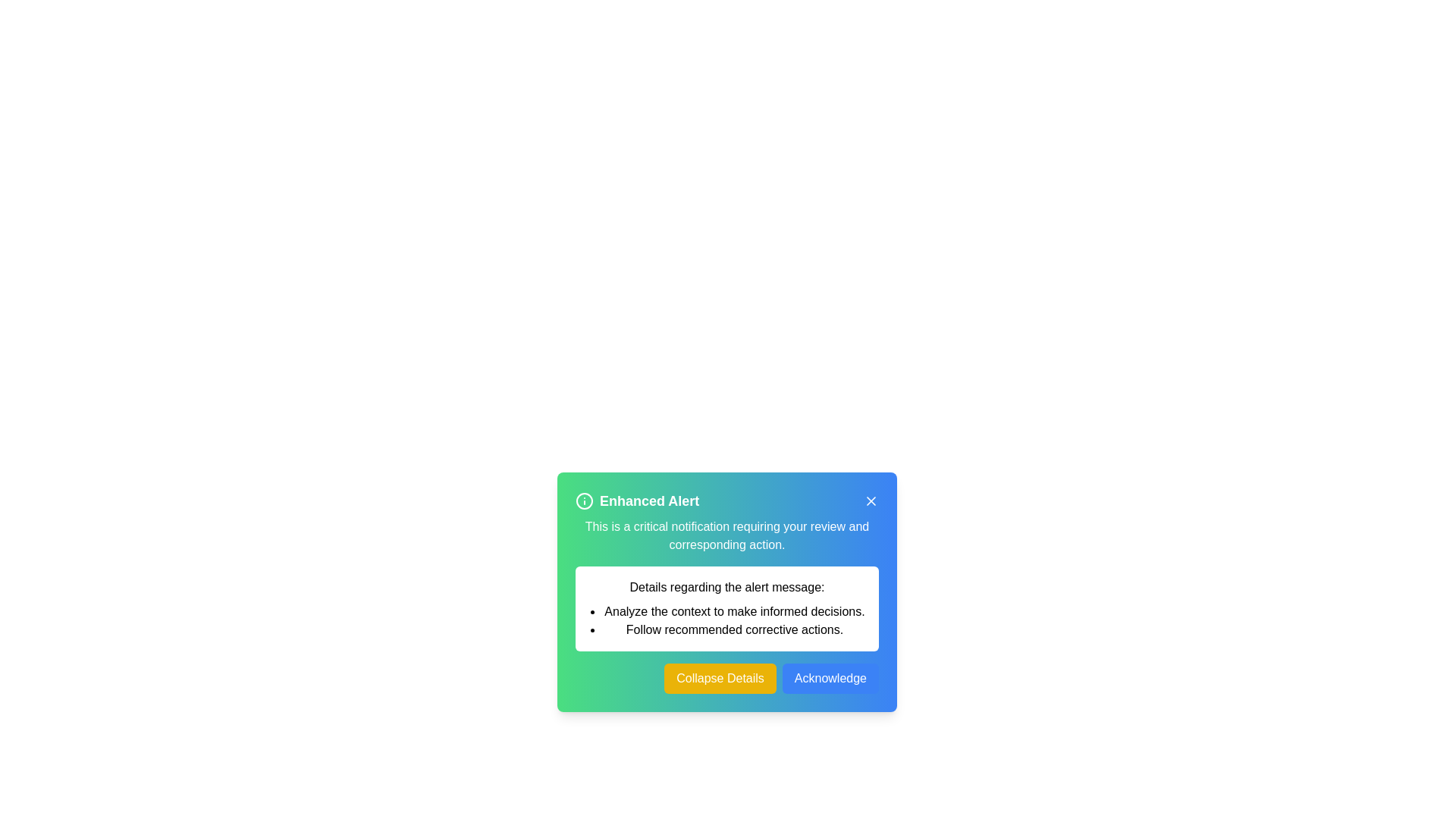 This screenshot has height=819, width=1456. I want to click on the blue 'Acknowledge' button with rounded corners located at the bottom-right corner of the notification card to acknowledge, so click(830, 677).